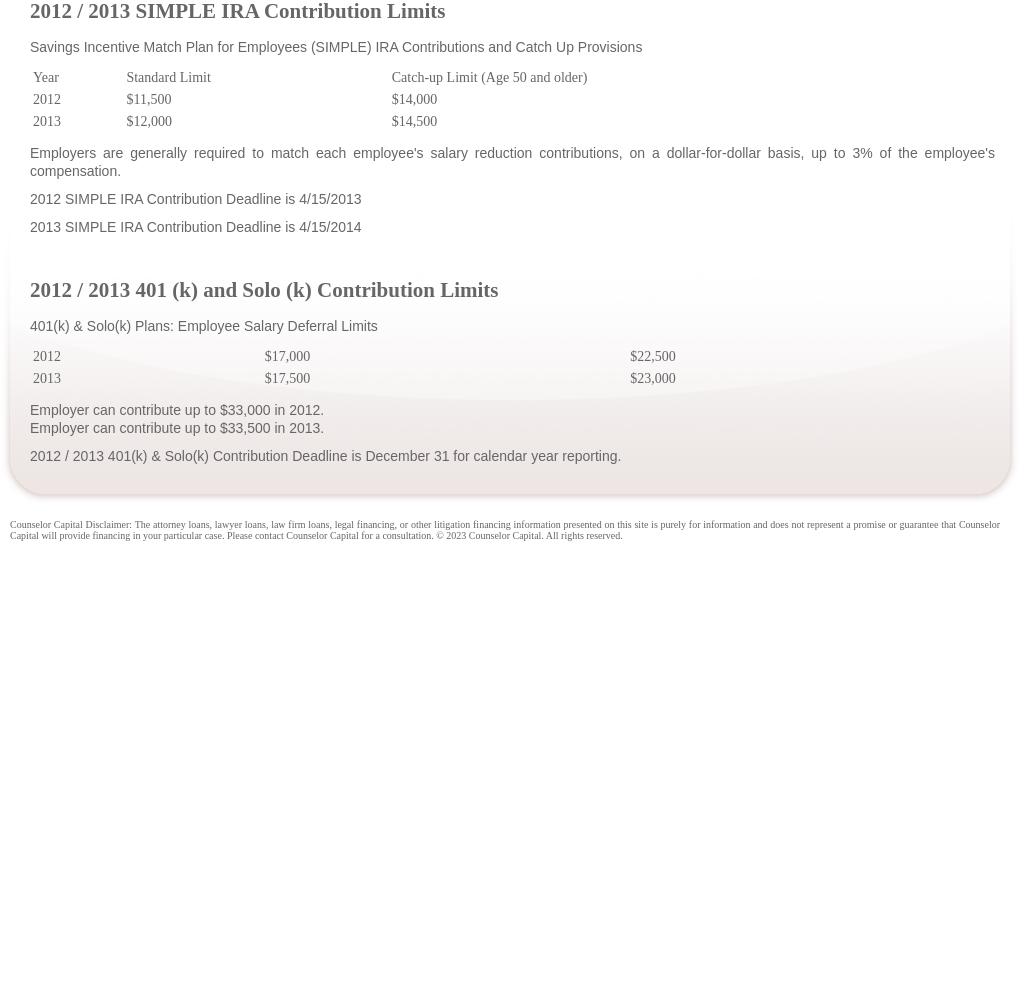 The height and width of the screenshot is (1000, 1025). What do you see at coordinates (30, 409) in the screenshot?
I see `'Employer can contribute up to $33,000 in 2012.'` at bounding box center [30, 409].